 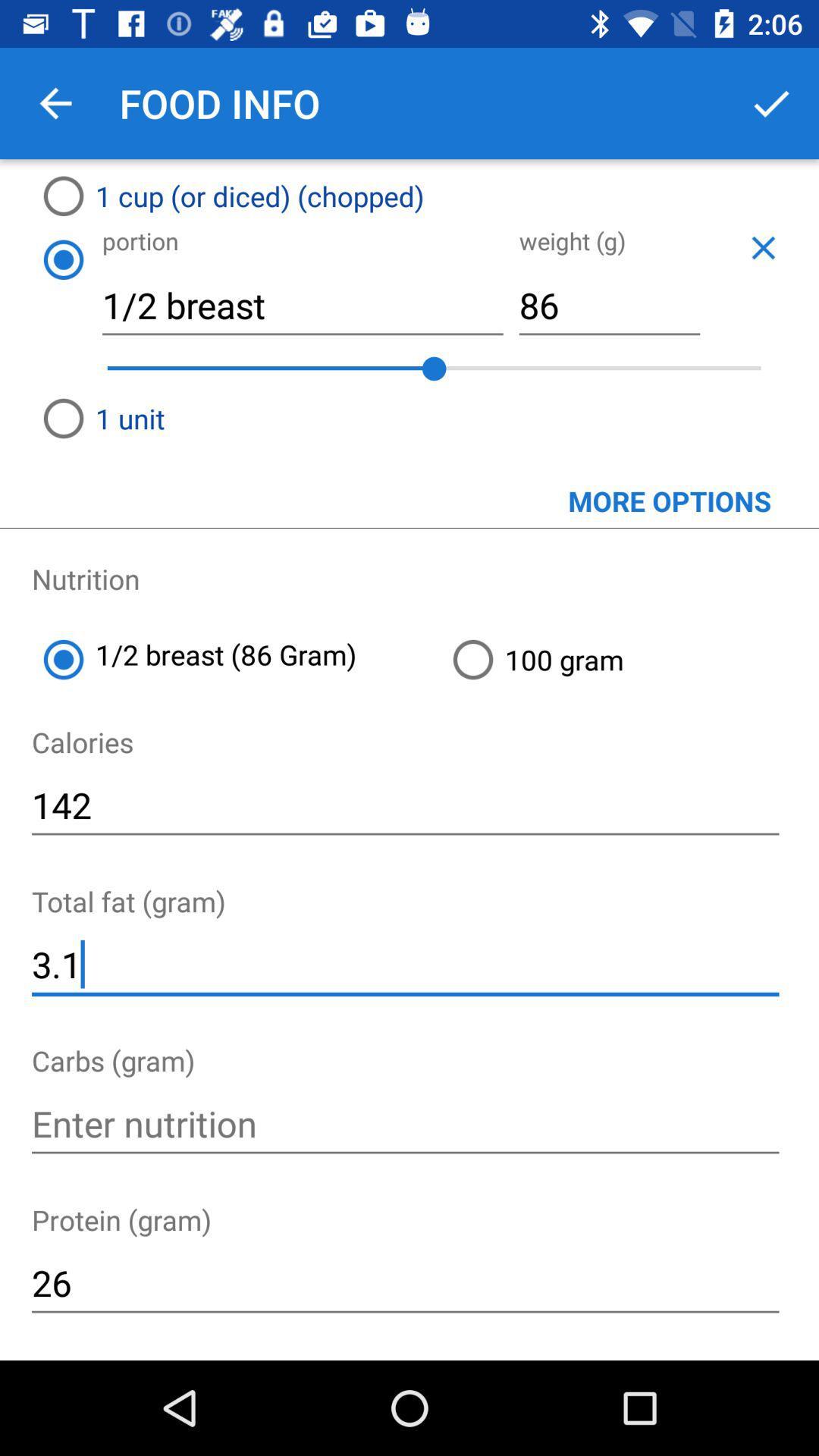 What do you see at coordinates (62, 259) in the screenshot?
I see `the icon below 1 cup or icon` at bounding box center [62, 259].